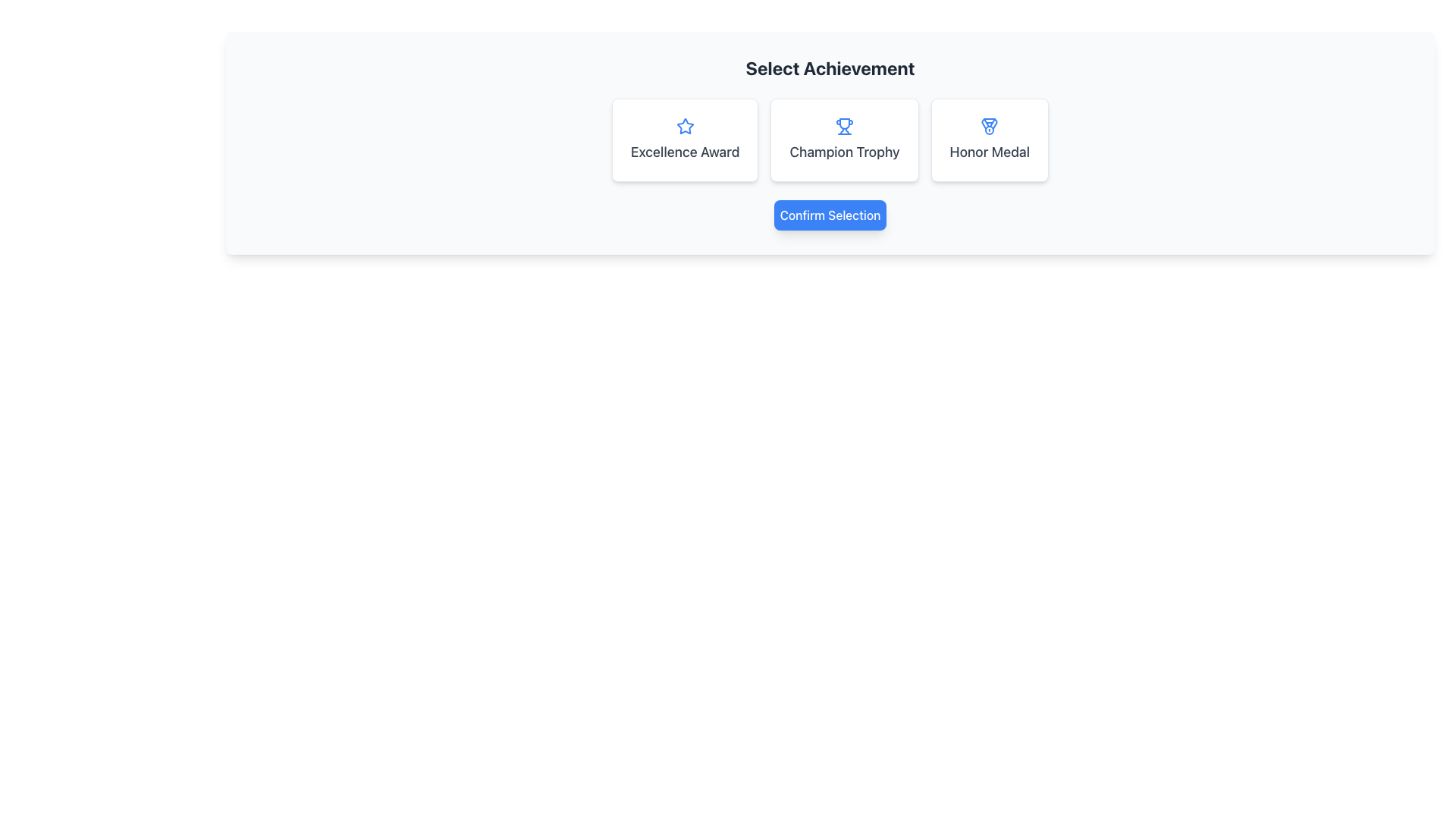 The height and width of the screenshot is (819, 1456). What do you see at coordinates (684, 125) in the screenshot?
I see `the 'Excellence Award' icon located at the top section of the 'Excellence Award' card, which is the leftmost card in a row of three, above the text 'Excellence Award'` at bounding box center [684, 125].